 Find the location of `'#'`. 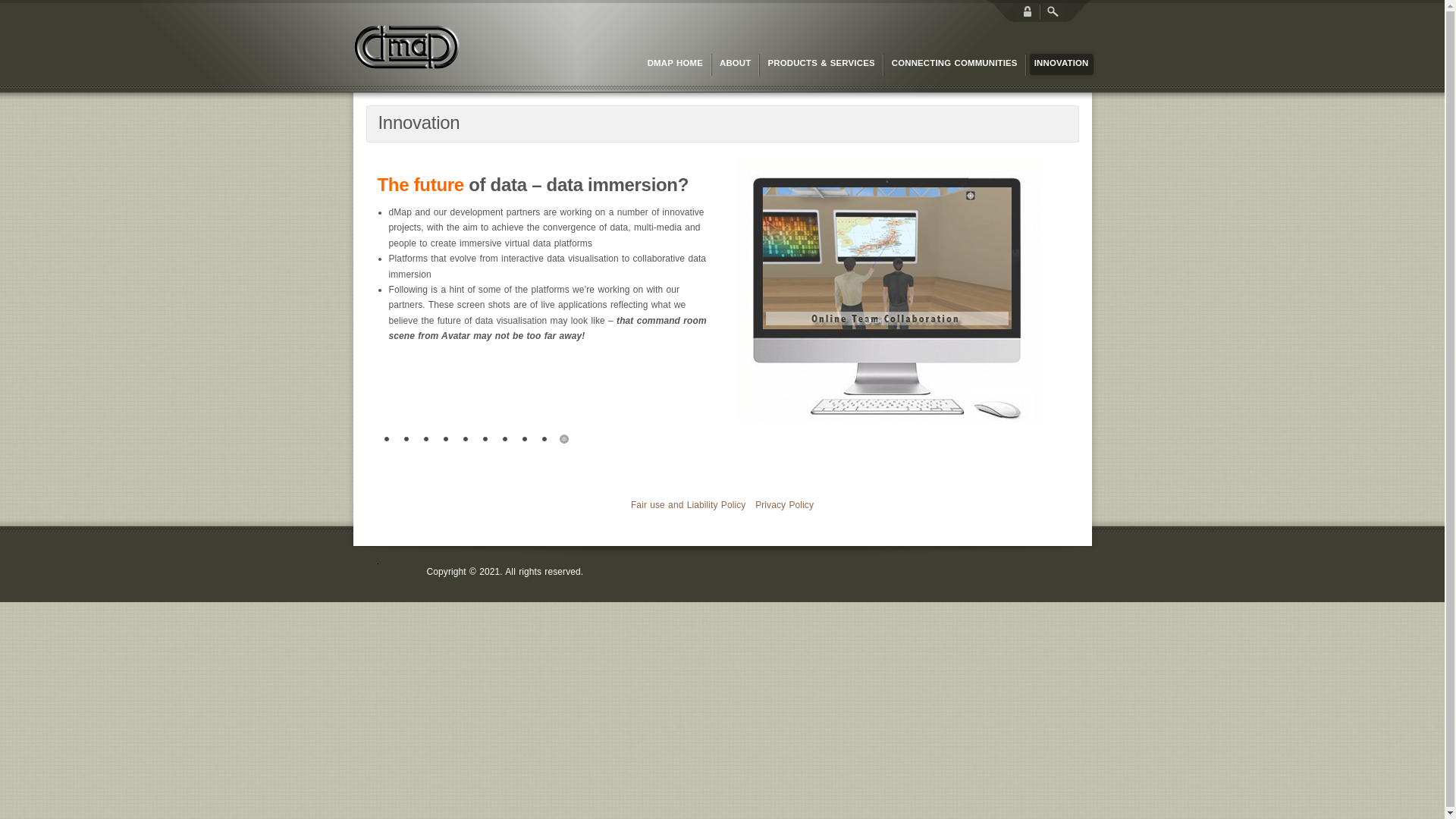

'#' is located at coordinates (524, 439).